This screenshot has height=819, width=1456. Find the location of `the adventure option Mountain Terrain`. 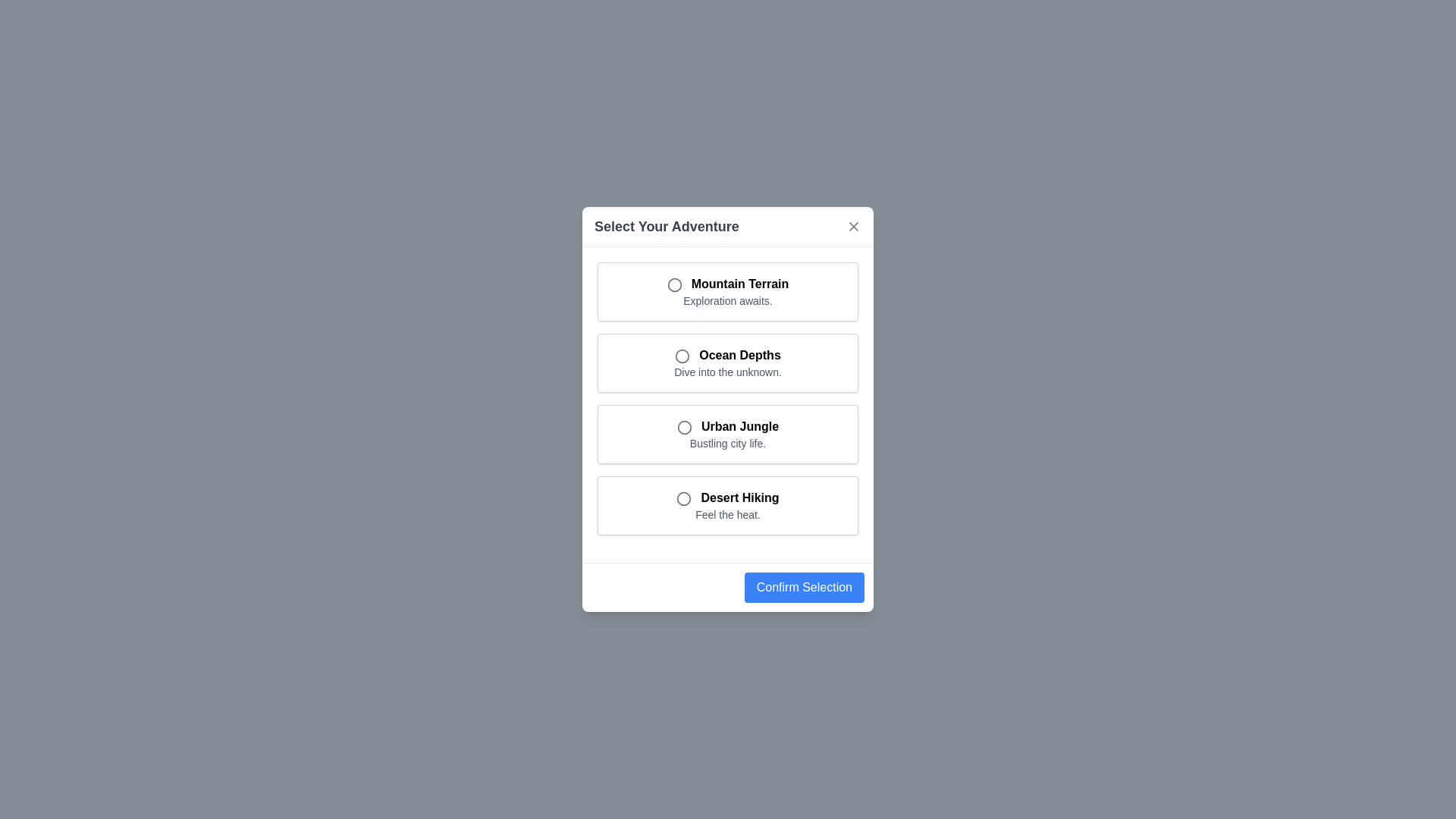

the adventure option Mountain Terrain is located at coordinates (728, 292).